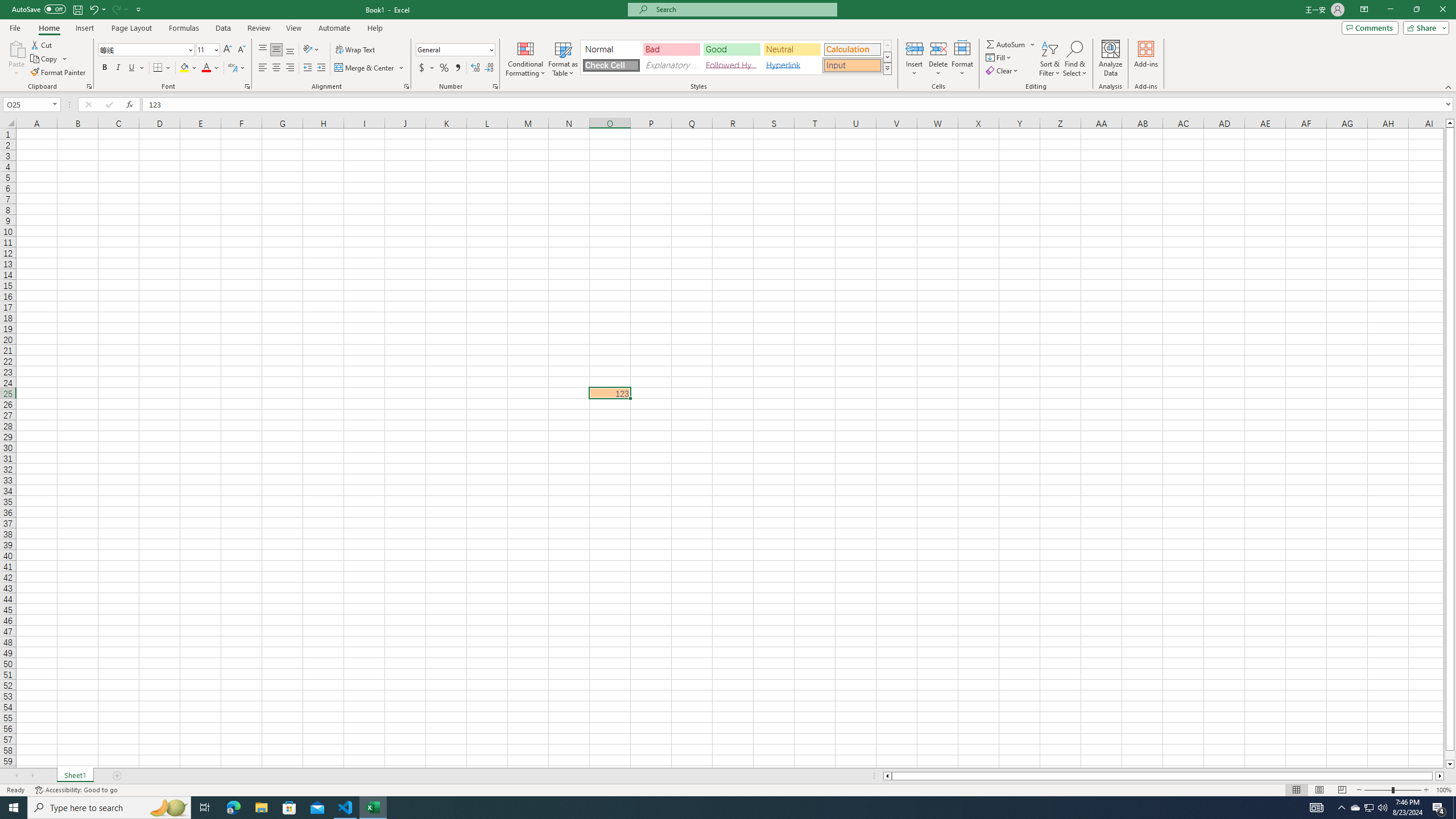 Image resolution: width=1456 pixels, height=819 pixels. I want to click on 'Calculation', so click(851, 49).